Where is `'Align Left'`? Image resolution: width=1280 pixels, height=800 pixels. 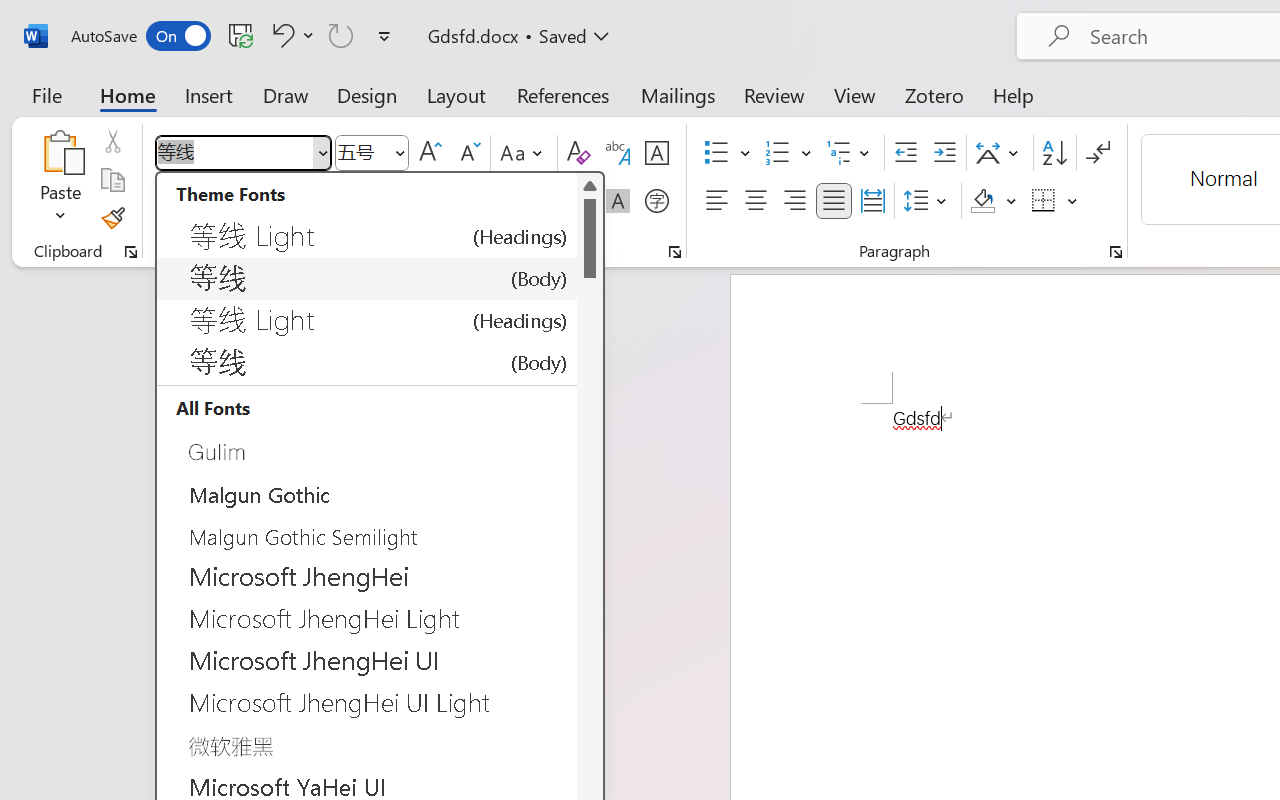
'Align Left' is located at coordinates (716, 201).